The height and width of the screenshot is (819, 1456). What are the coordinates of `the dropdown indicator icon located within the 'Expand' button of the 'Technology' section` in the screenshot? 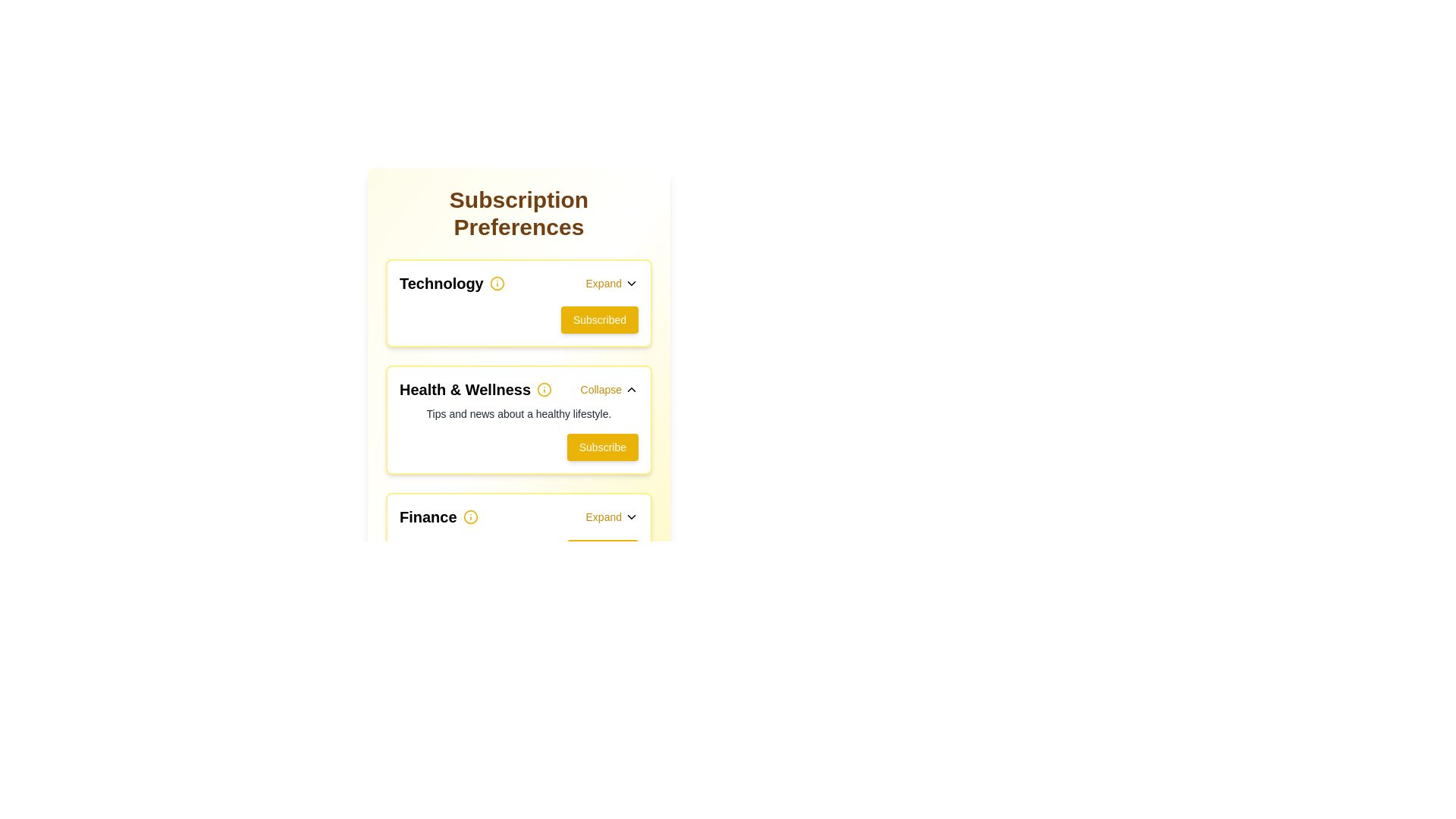 It's located at (632, 284).